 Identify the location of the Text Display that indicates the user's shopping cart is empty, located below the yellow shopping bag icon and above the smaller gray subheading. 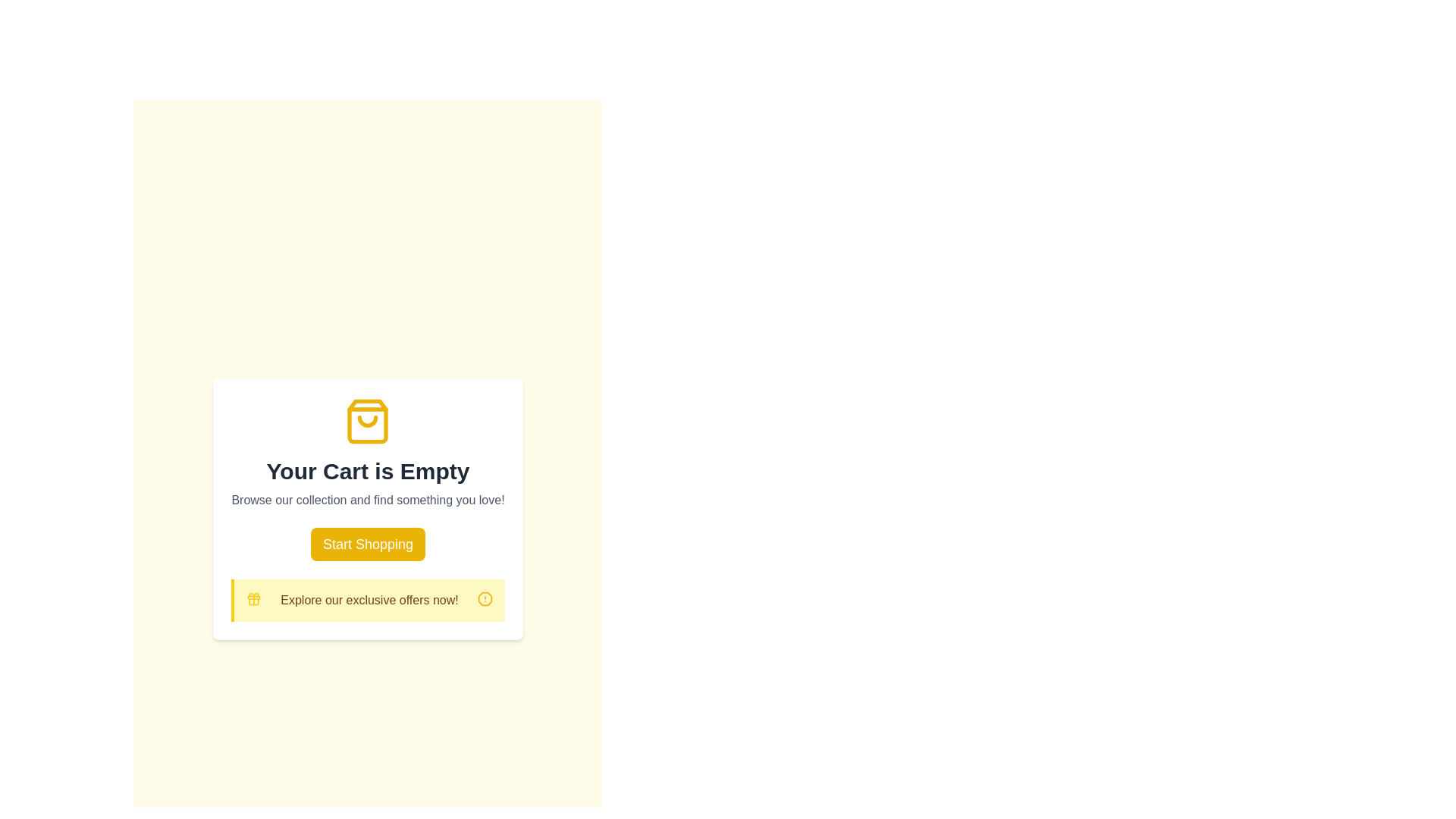
(368, 470).